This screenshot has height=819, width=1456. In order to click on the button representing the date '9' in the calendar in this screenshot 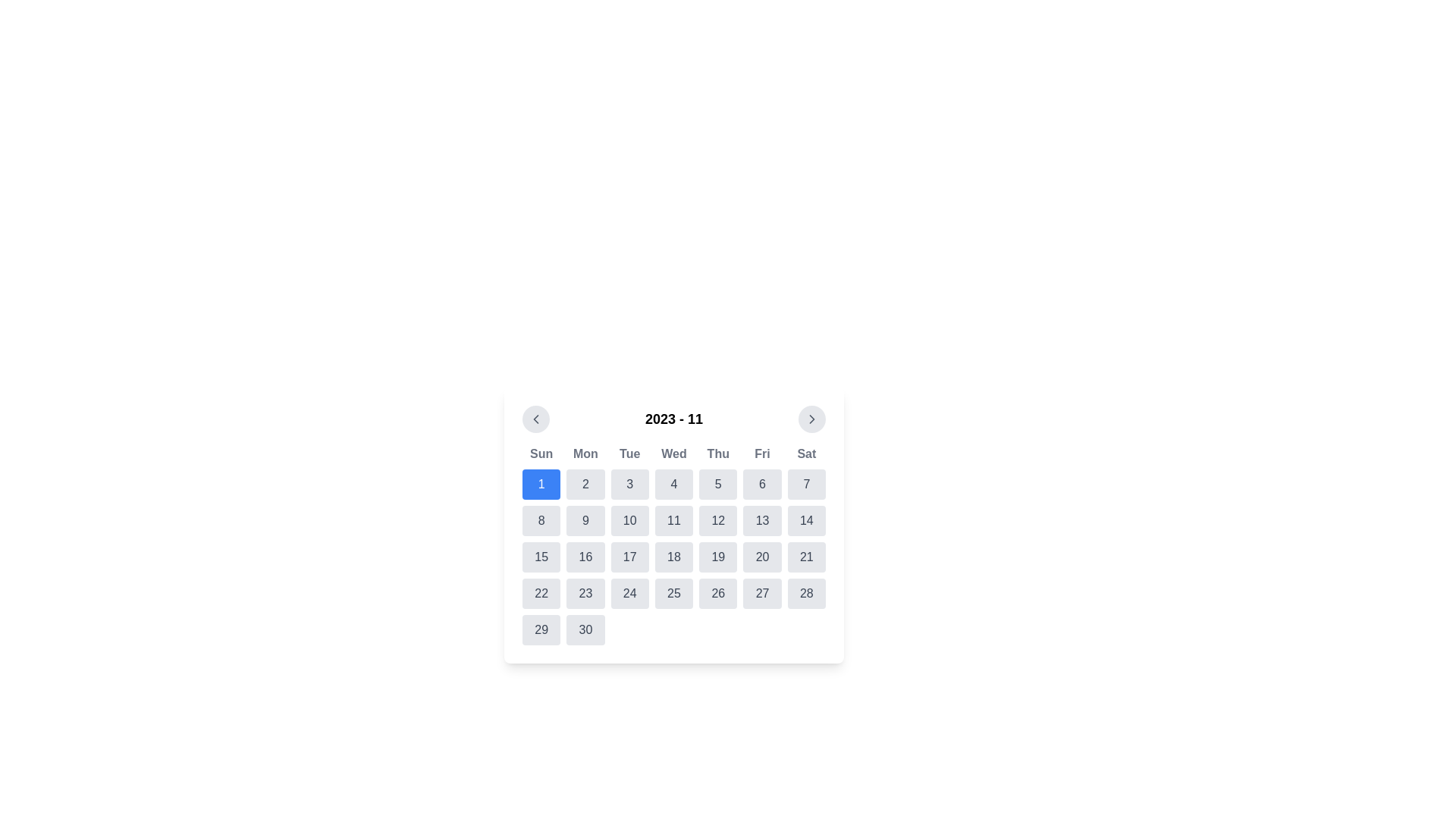, I will do `click(585, 519)`.